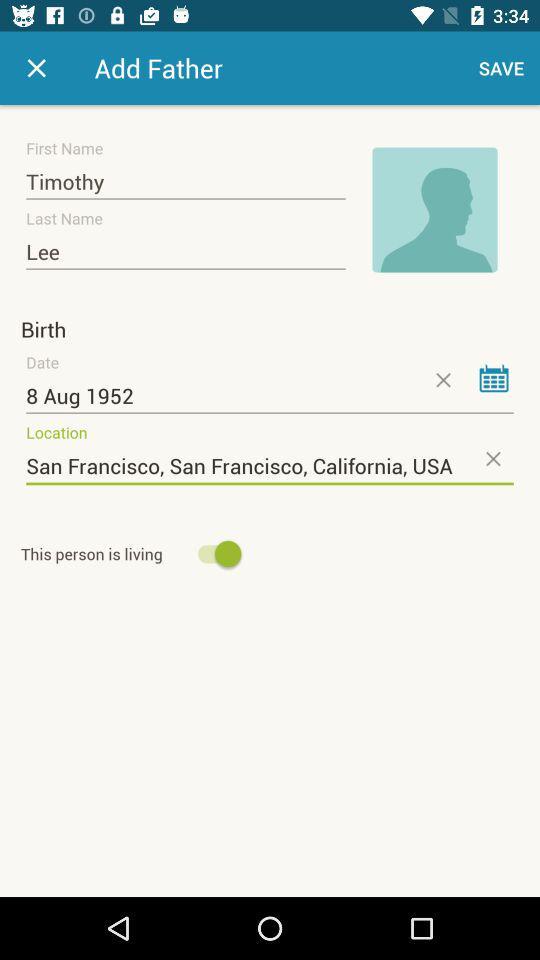  What do you see at coordinates (36, 68) in the screenshot?
I see `app to the left of the add father` at bounding box center [36, 68].